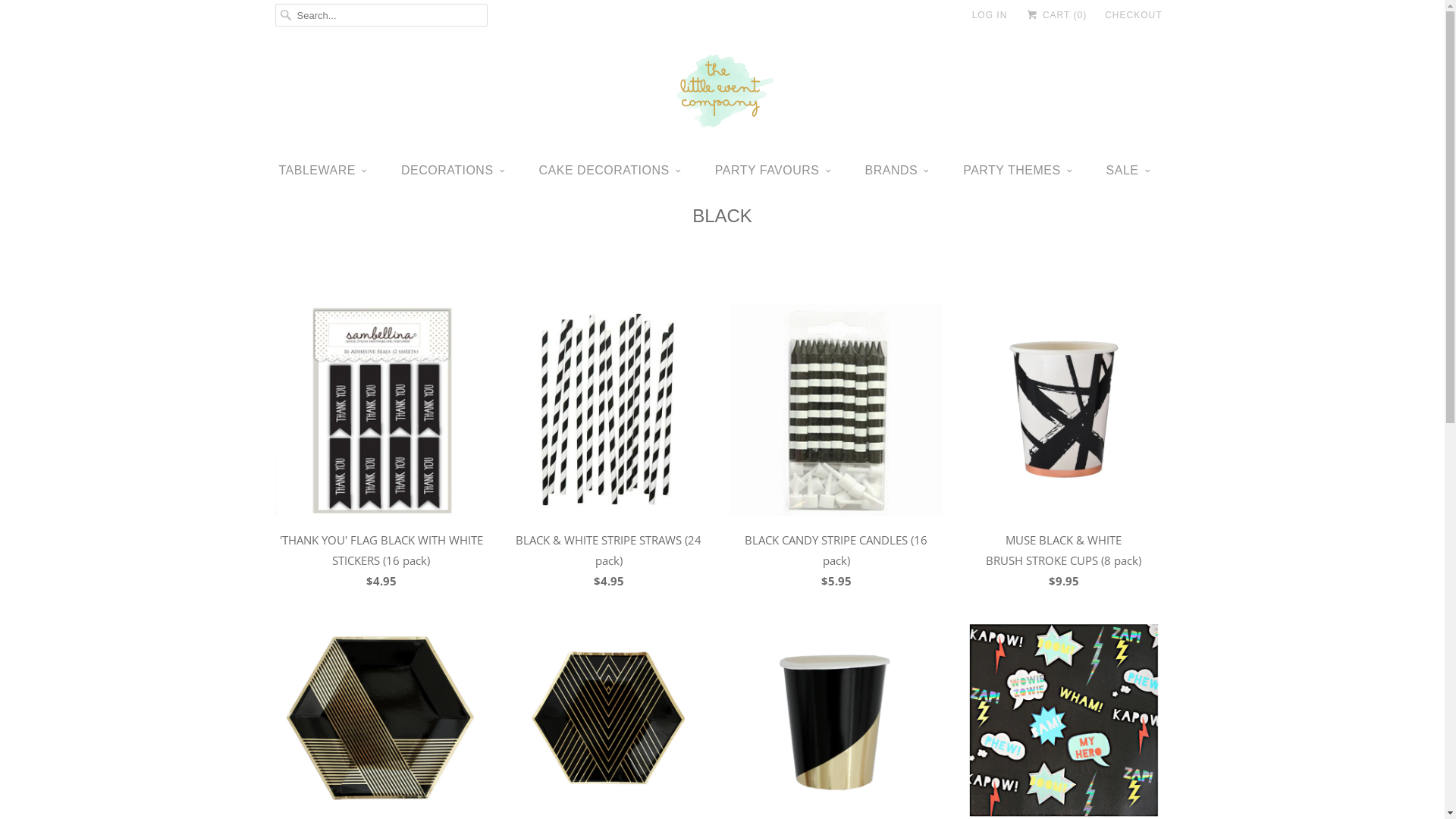  I want to click on 'TABLEWARE', so click(322, 171).